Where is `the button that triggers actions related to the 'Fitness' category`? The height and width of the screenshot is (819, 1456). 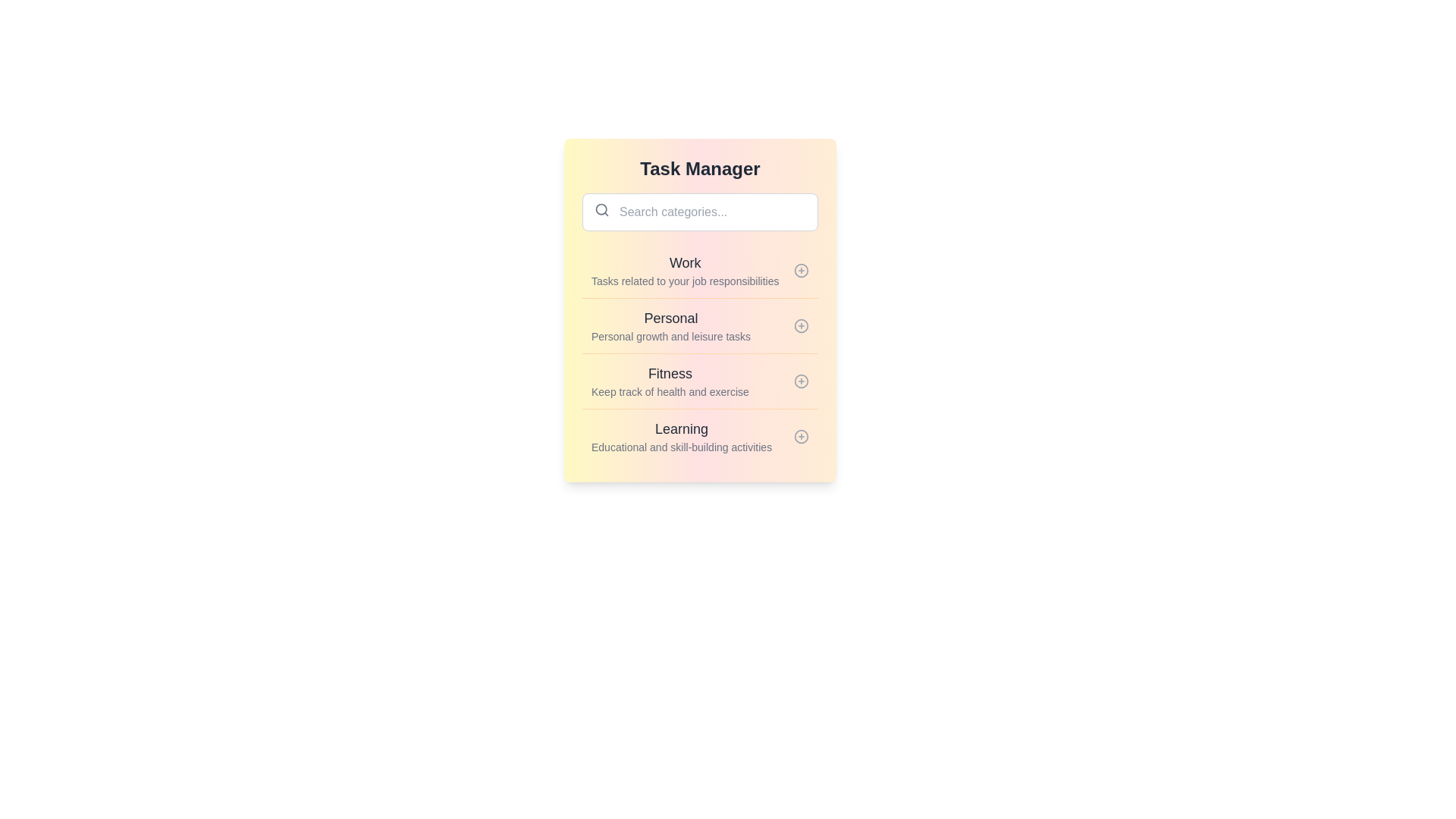 the button that triggers actions related to the 'Fitness' category is located at coordinates (800, 380).